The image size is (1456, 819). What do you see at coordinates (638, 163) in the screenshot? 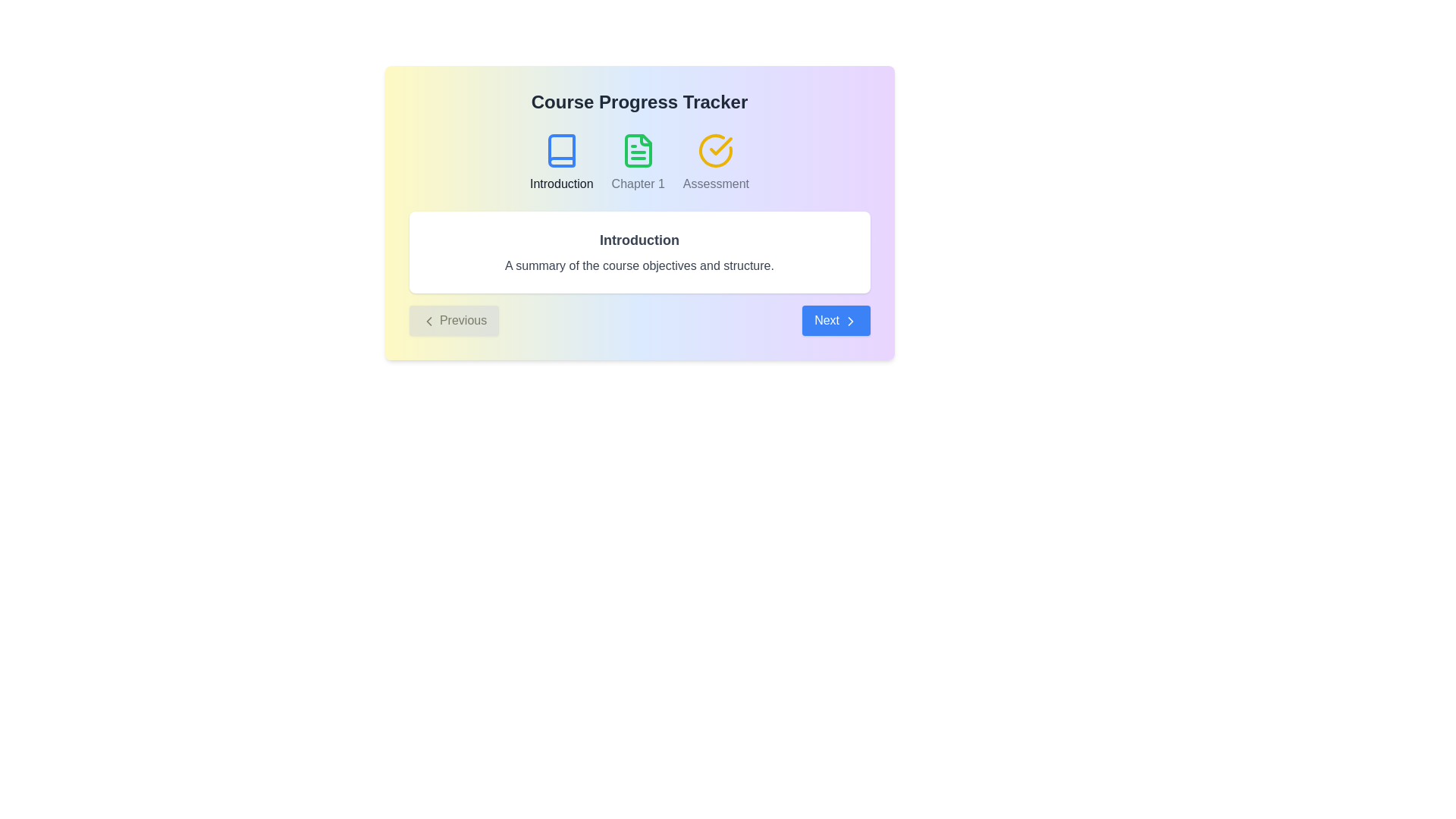
I see `the step labeled Chapter 1 in the course progress stepper` at bounding box center [638, 163].